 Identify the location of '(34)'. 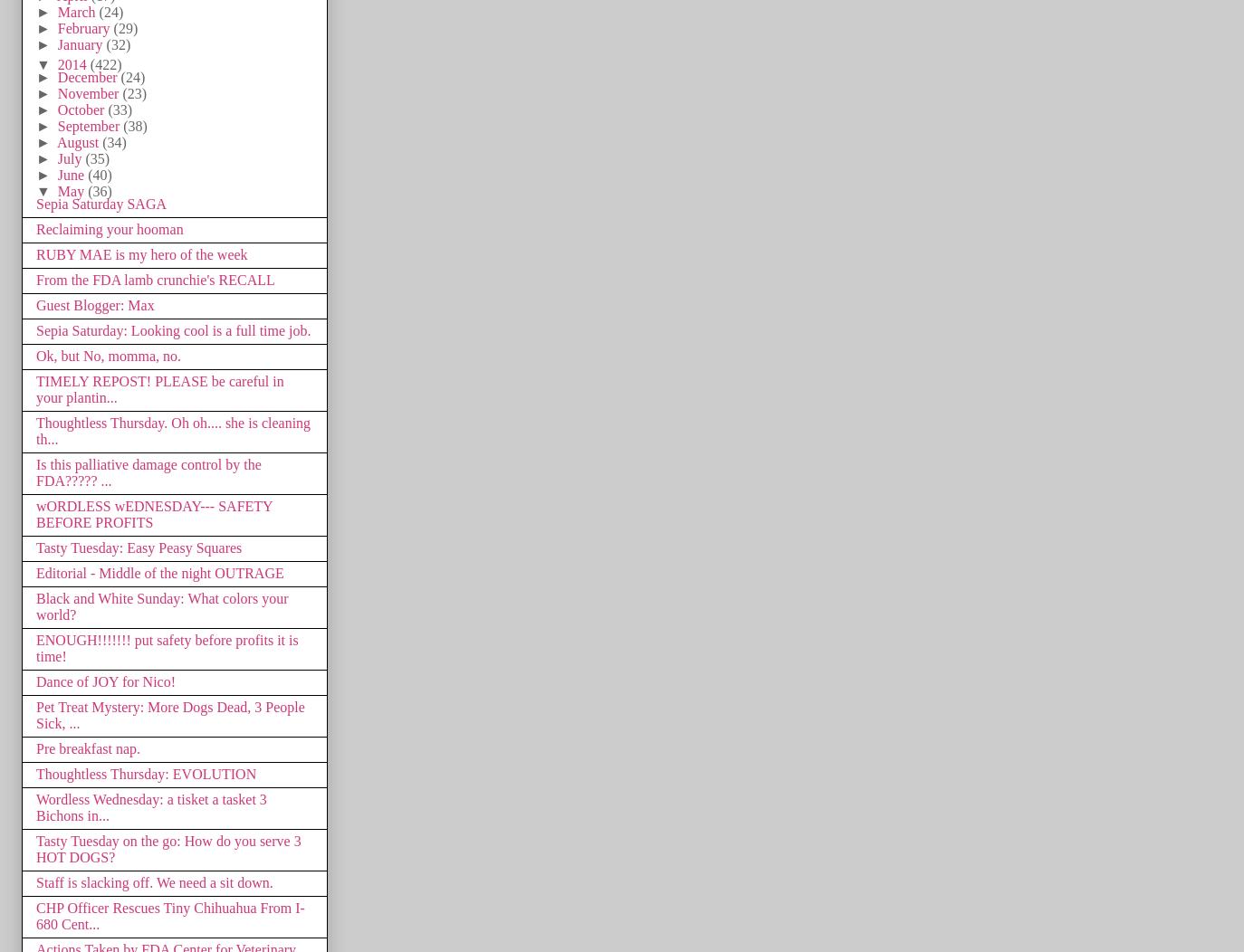
(112, 140).